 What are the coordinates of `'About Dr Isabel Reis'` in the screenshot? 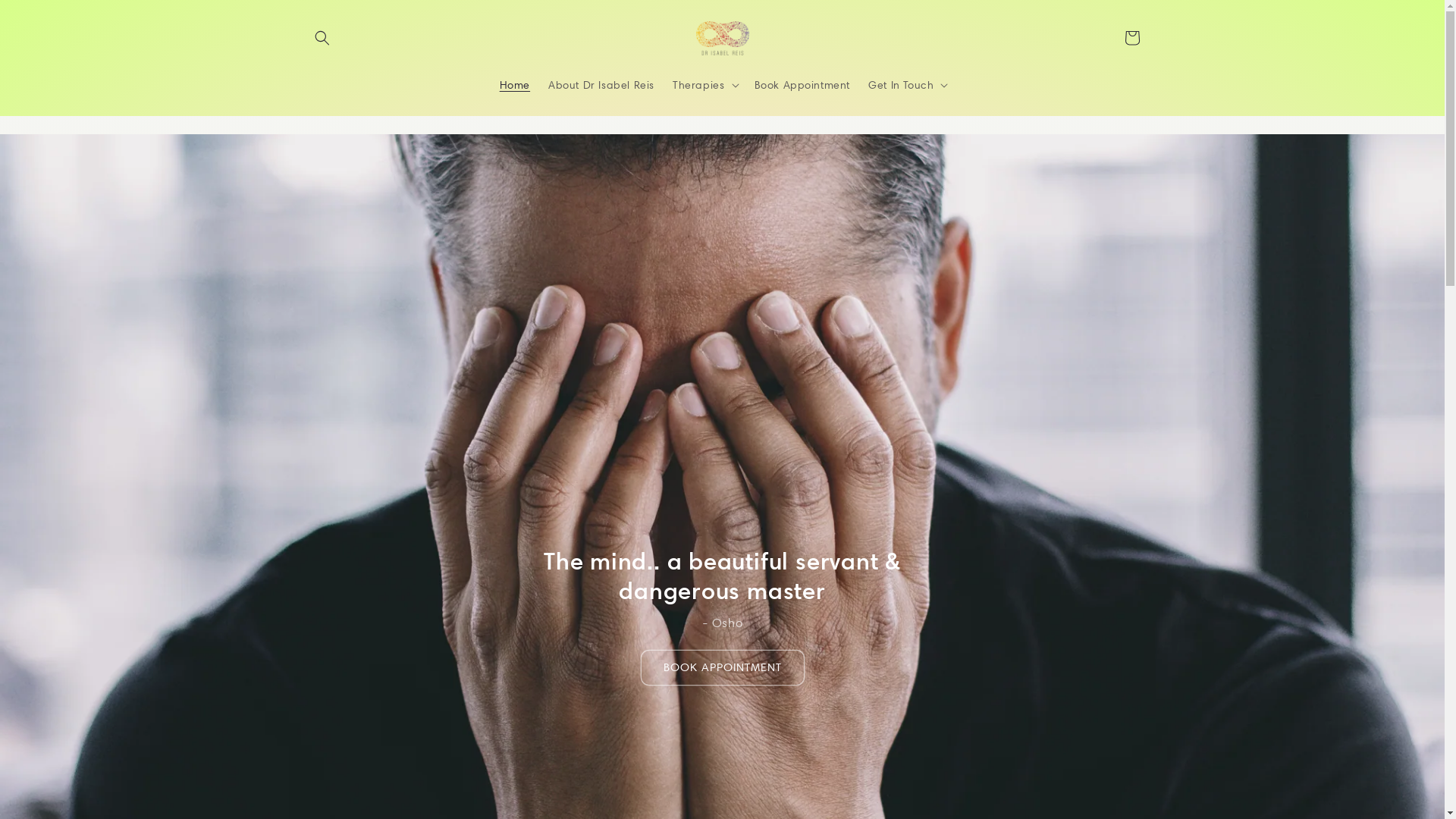 It's located at (600, 84).